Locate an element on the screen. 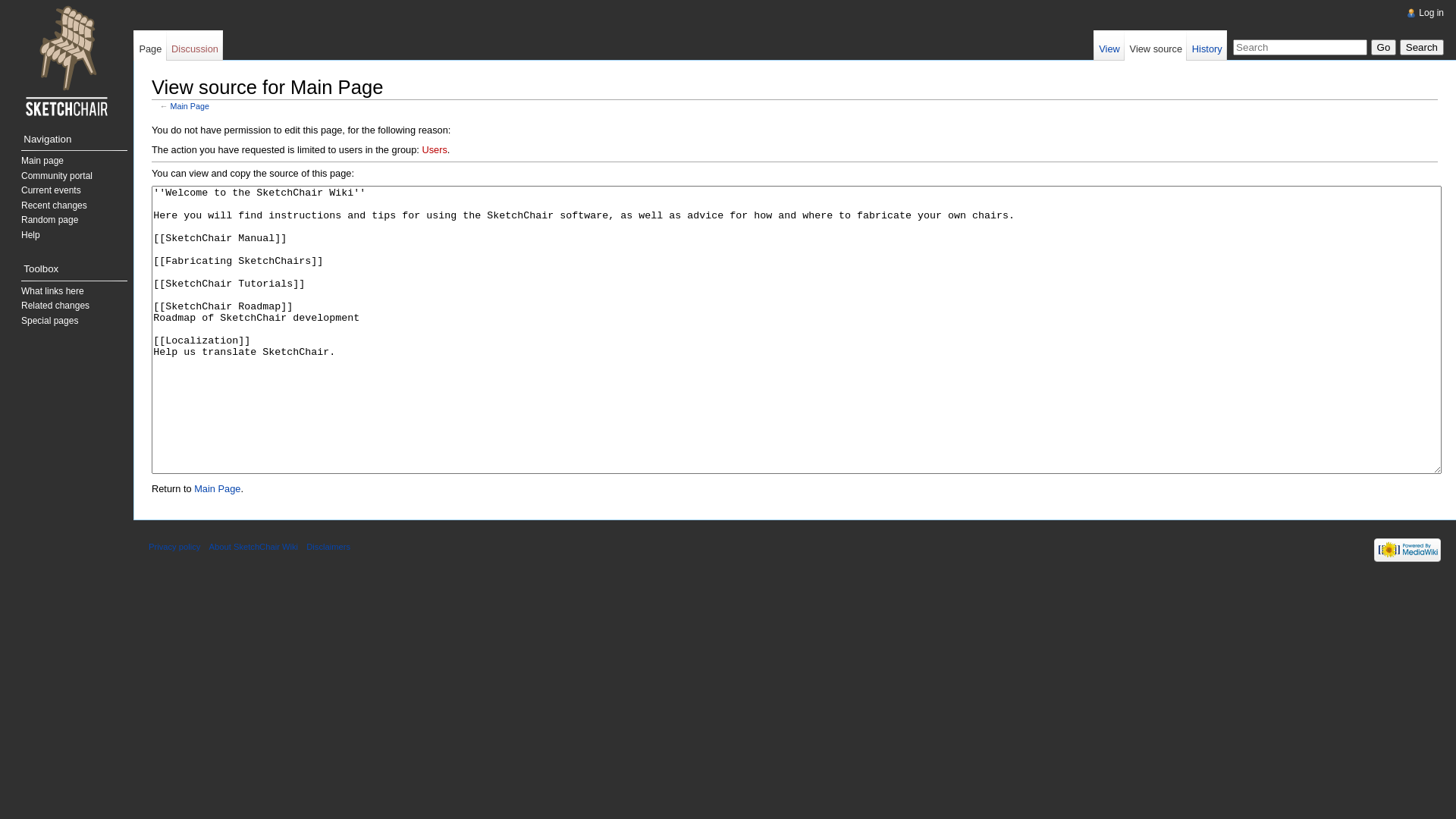 The width and height of the screenshot is (1456, 819). 'Discussion' is located at coordinates (167, 45).